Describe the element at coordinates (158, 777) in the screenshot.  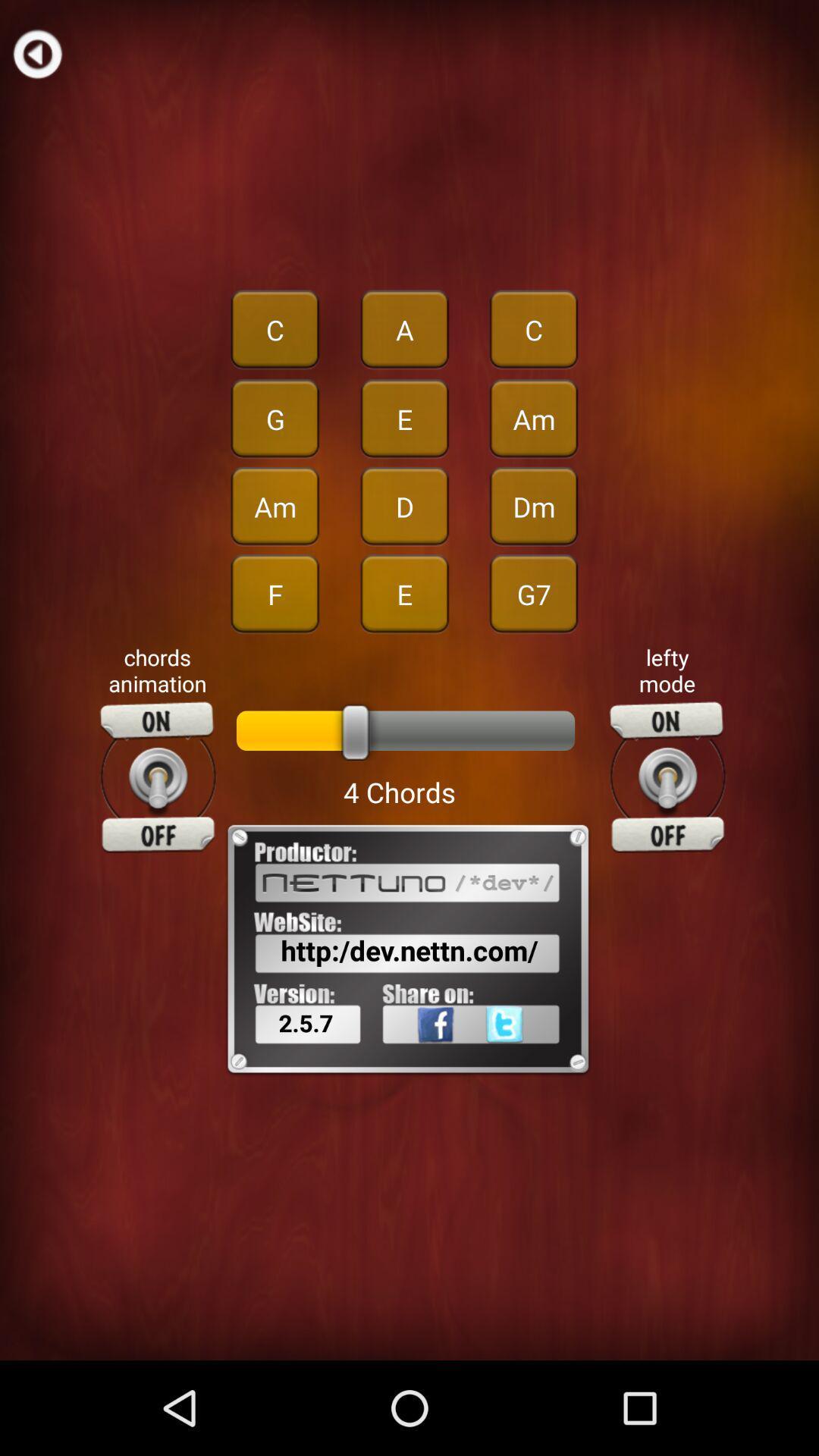
I see `item above http dev nettn item` at that location.